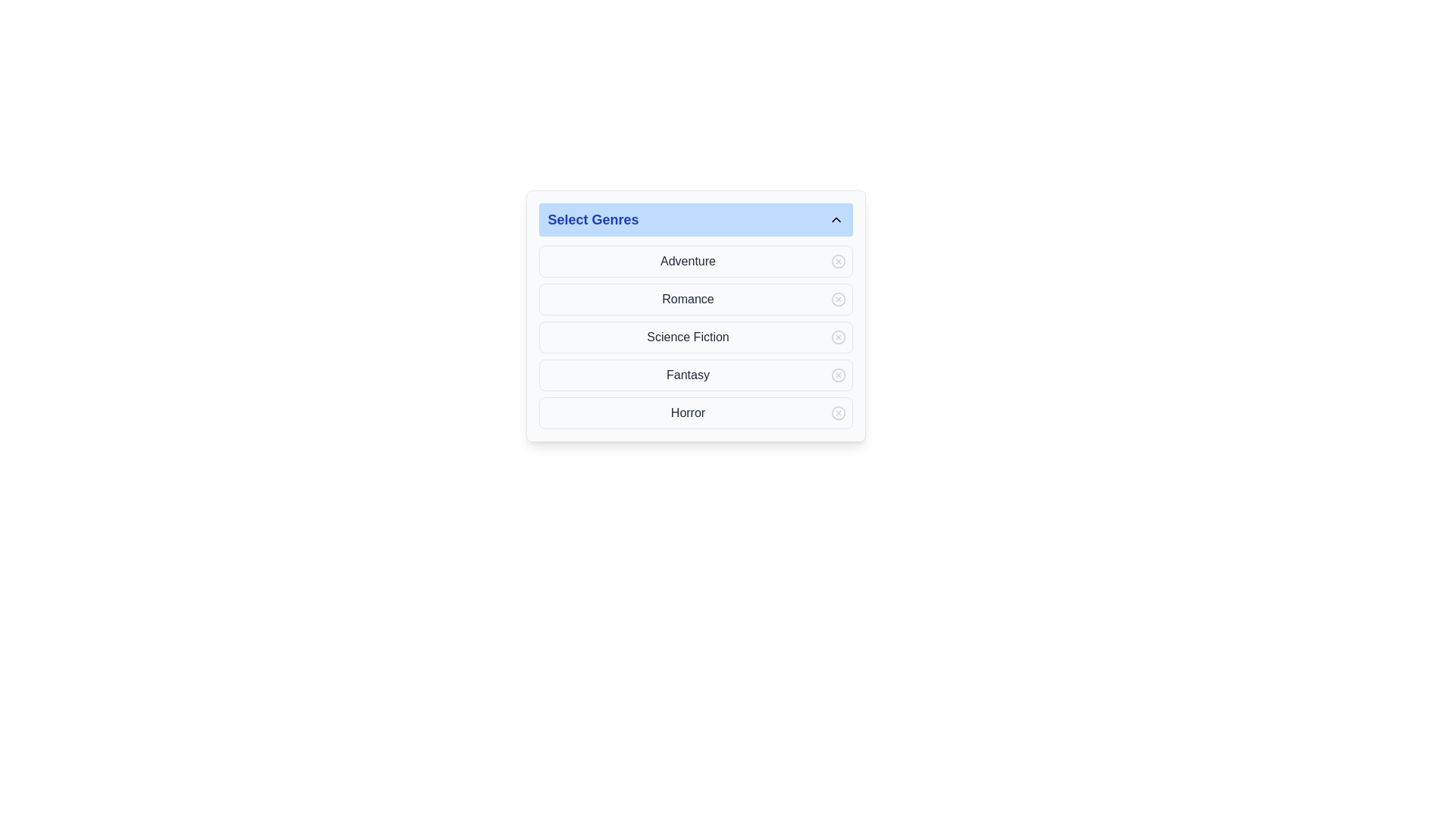 This screenshot has height=819, width=1456. Describe the element at coordinates (687, 336) in the screenshot. I see `the 'Science Fiction' text label, which is displayed in dark gray font within the third row of selectable categories under 'Select Genres'` at that location.